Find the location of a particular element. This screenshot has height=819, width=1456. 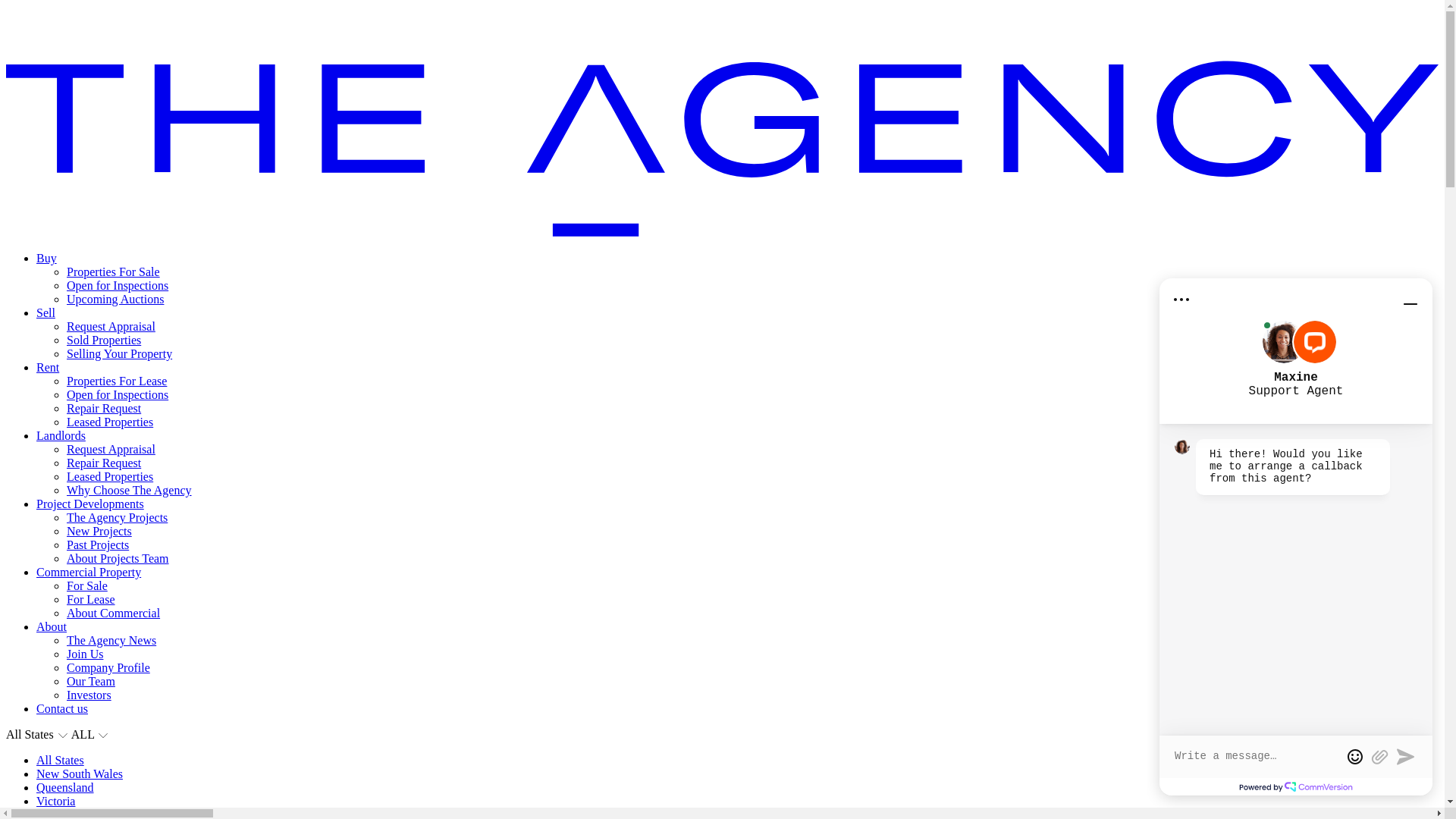

'Project Developments' is located at coordinates (89, 504).